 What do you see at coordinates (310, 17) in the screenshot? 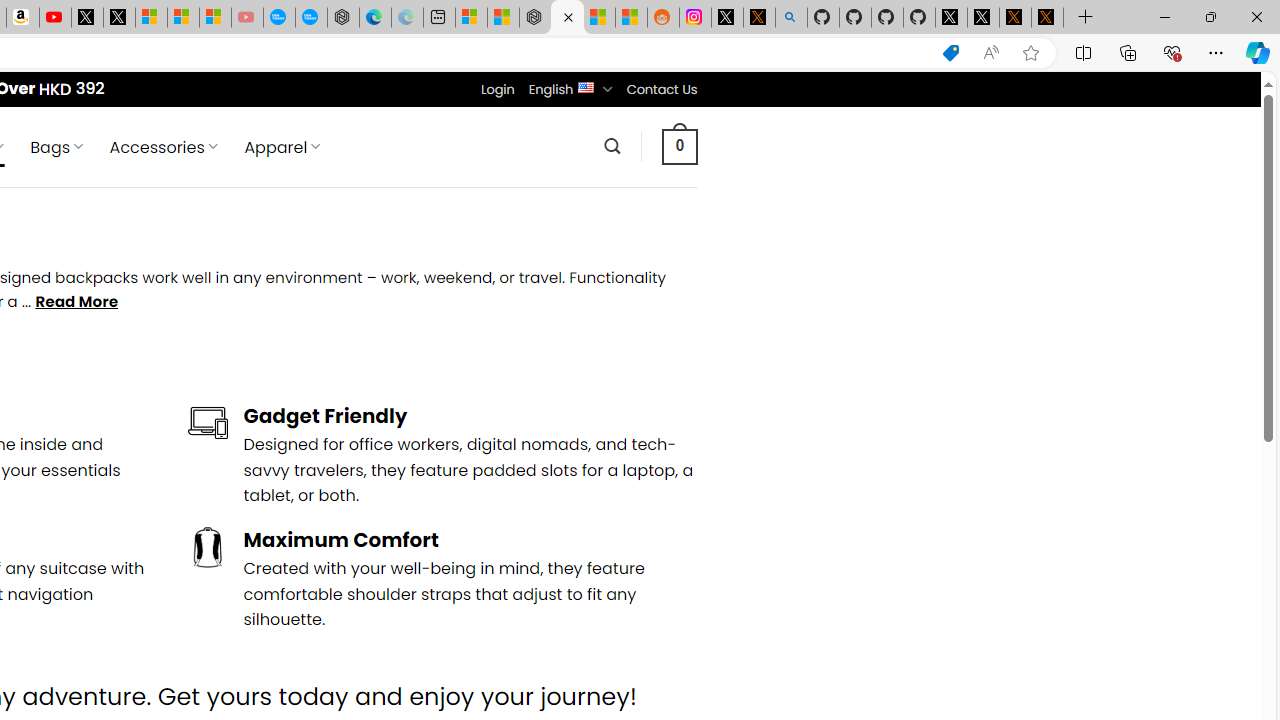
I see `'The most popular Google '` at bounding box center [310, 17].